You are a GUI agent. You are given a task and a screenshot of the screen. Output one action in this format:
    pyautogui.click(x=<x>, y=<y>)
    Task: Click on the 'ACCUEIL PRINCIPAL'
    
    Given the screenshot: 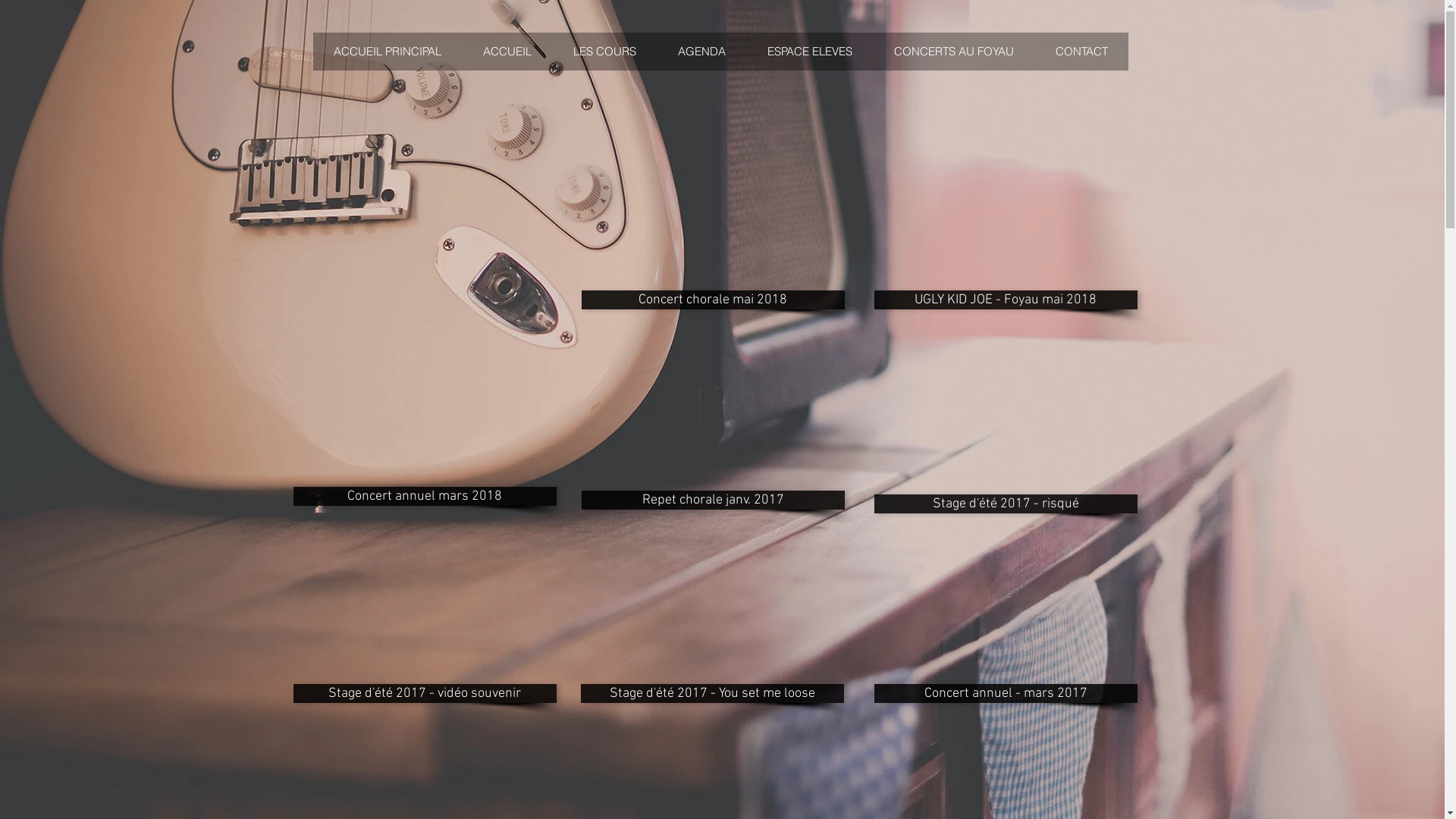 What is the action you would take?
    pyautogui.click(x=312, y=51)
    